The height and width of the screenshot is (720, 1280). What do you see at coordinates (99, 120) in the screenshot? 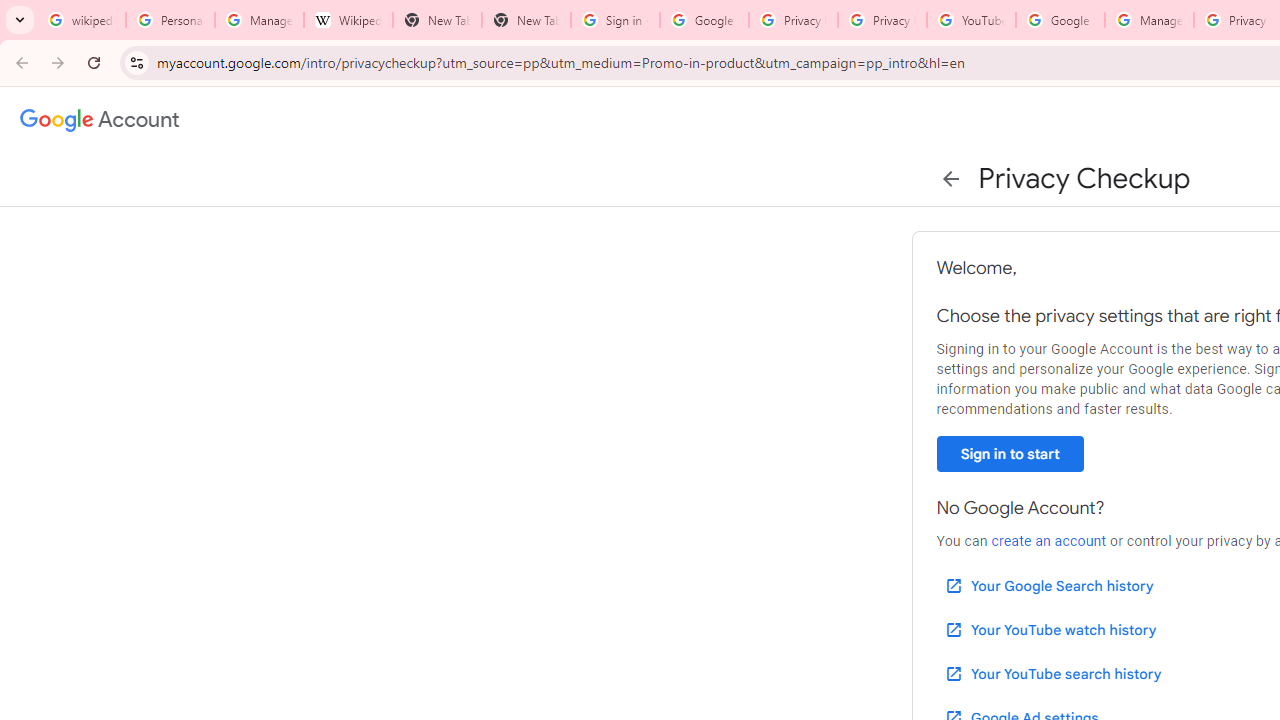
I see `'Google Account settings'` at bounding box center [99, 120].